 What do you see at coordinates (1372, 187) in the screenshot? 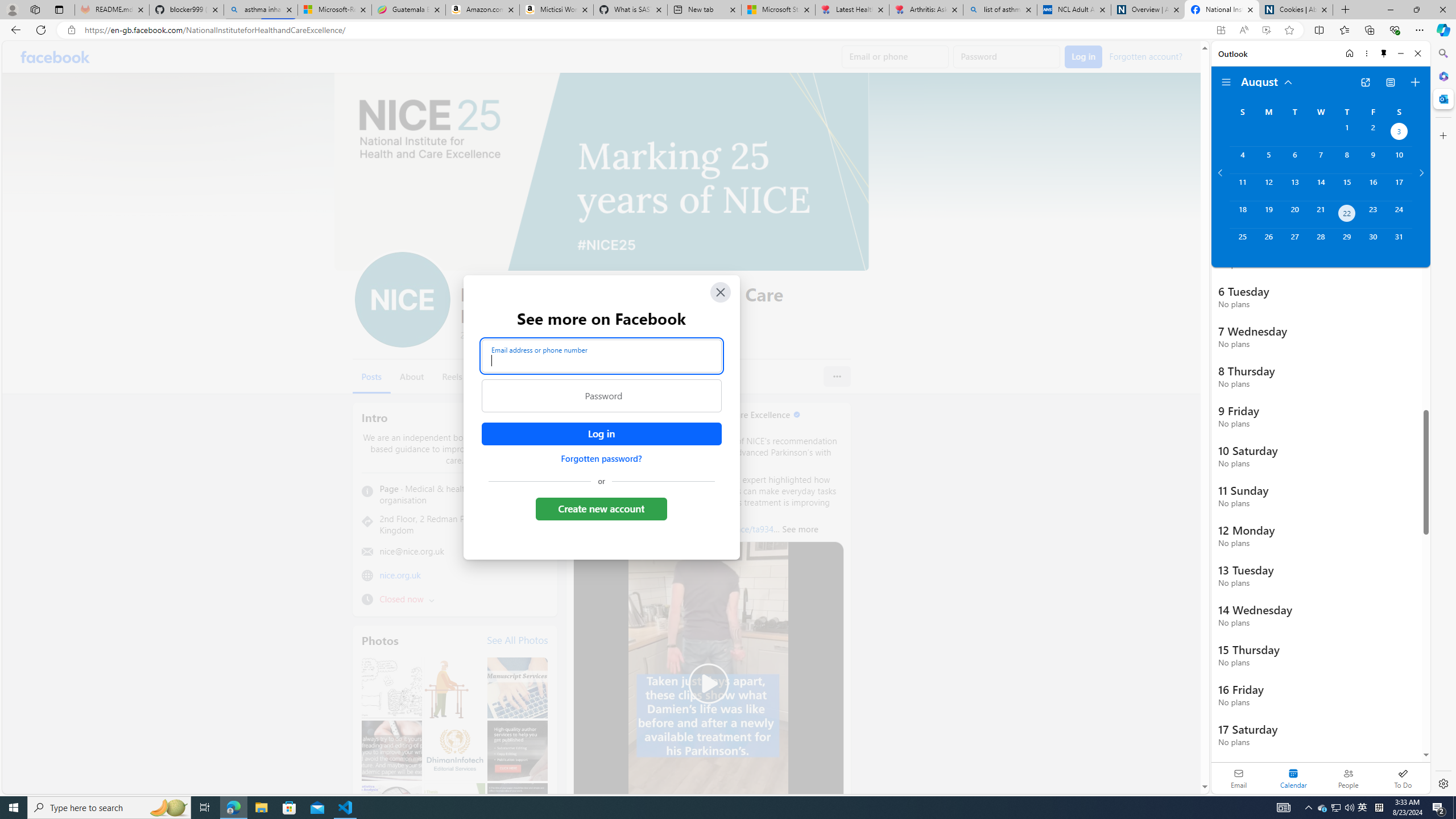
I see `'Friday, August 16, 2024. '` at bounding box center [1372, 187].